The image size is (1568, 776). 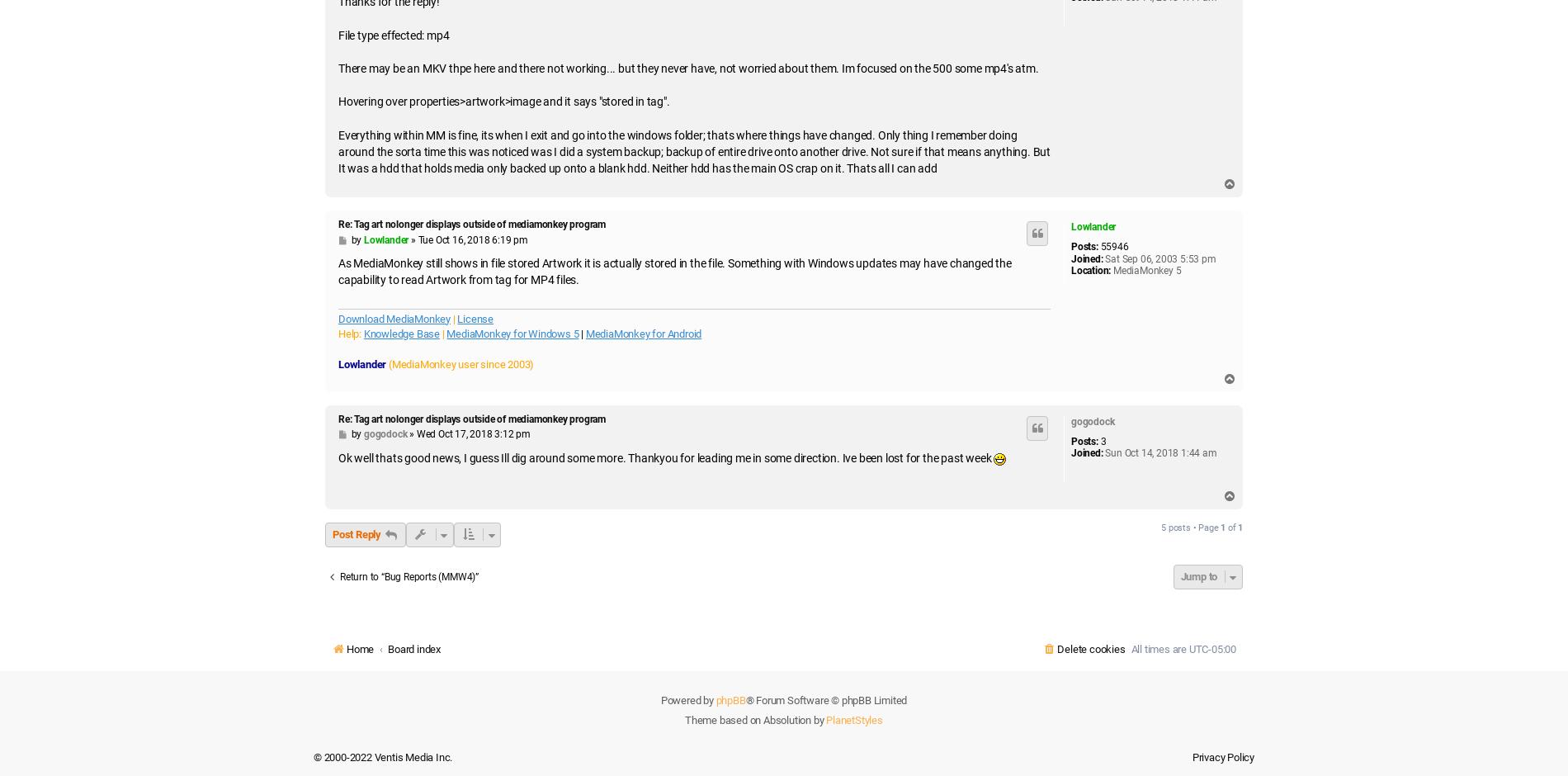 What do you see at coordinates (730, 699) in the screenshot?
I see `'phpBB'` at bounding box center [730, 699].